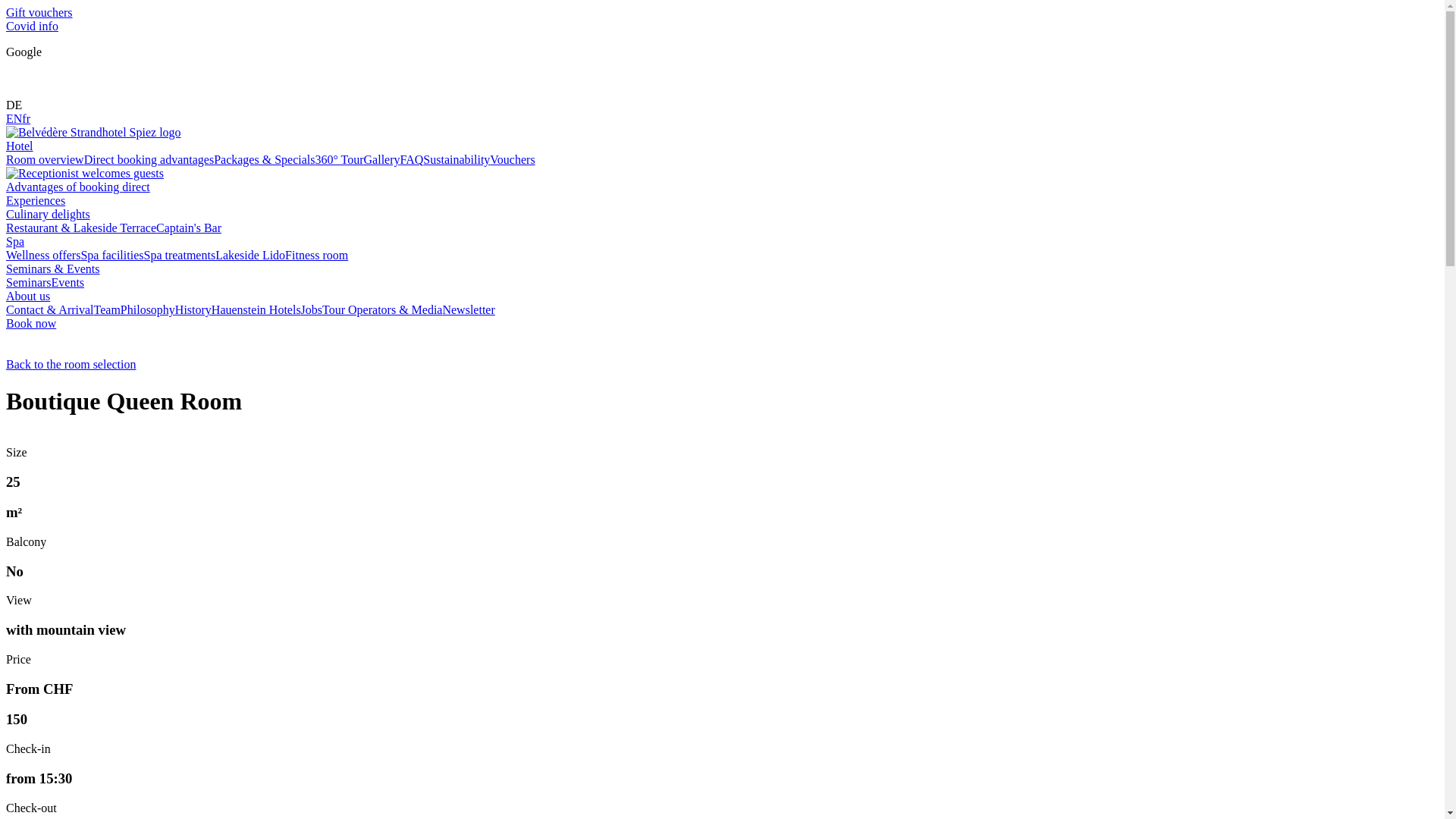 The image size is (1456, 819). Describe the element at coordinates (6, 282) in the screenshot. I see `'Seminars'` at that location.